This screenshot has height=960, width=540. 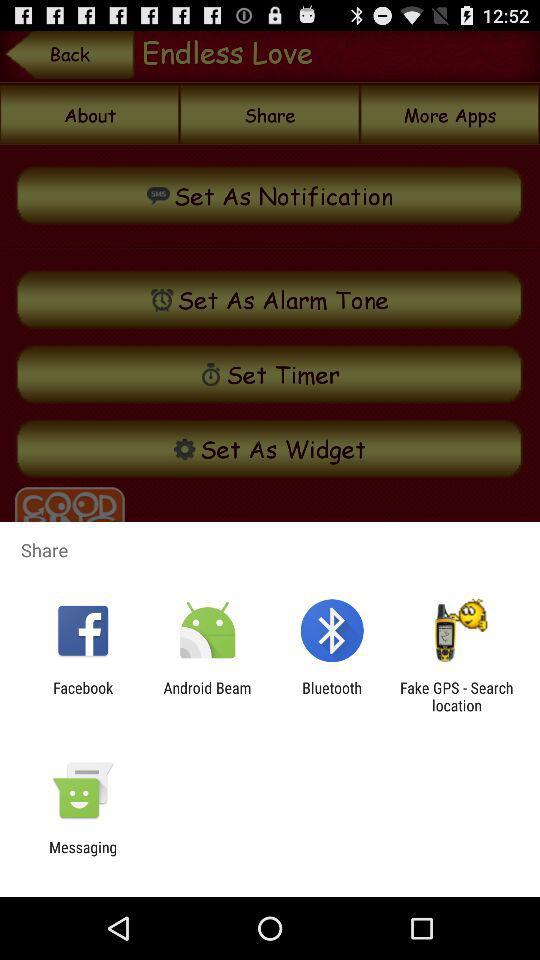 I want to click on the app to the right of android beam, so click(x=332, y=696).